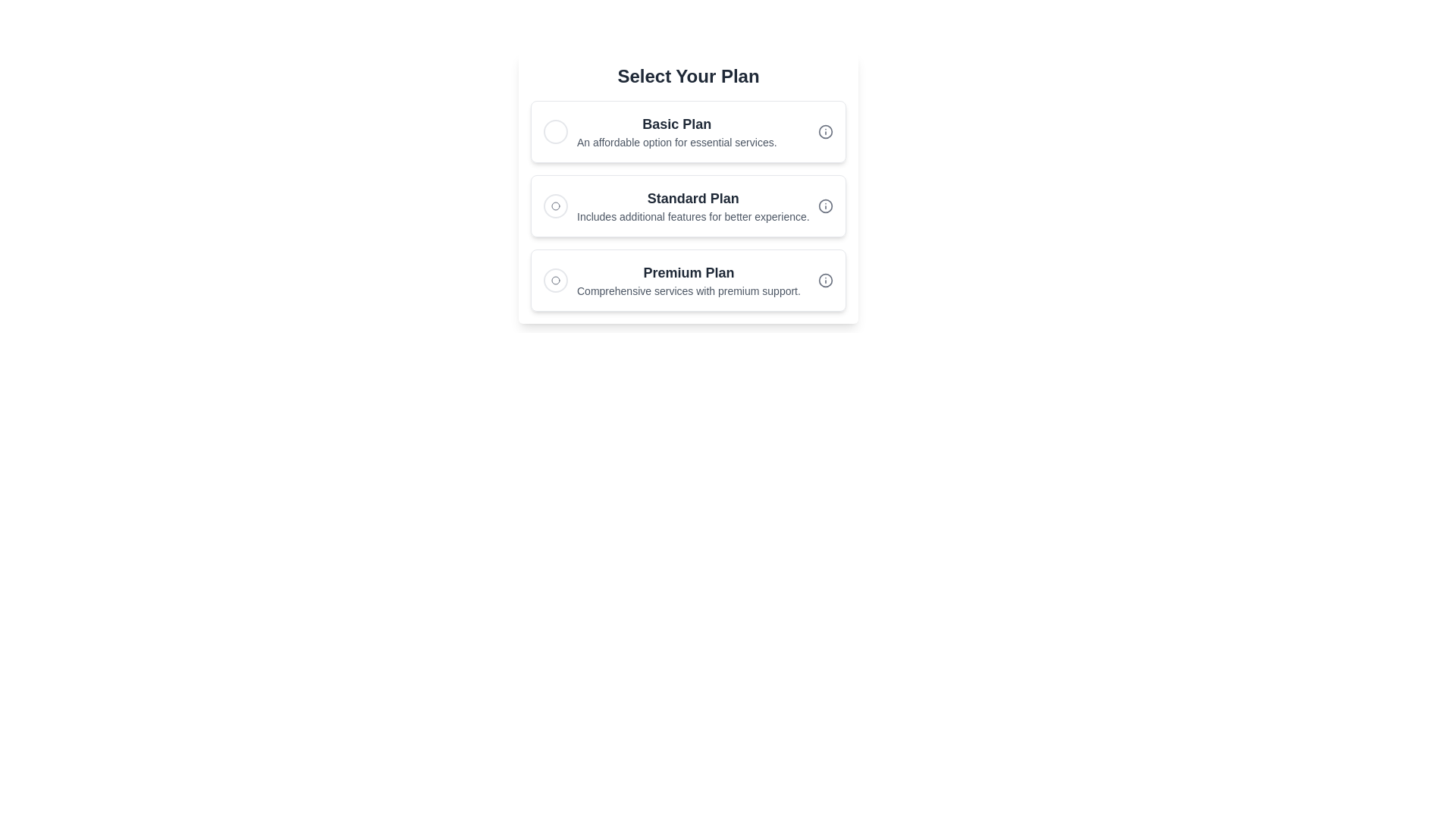  I want to click on the unselected 'Premium Plan' radio button, so click(555, 281).